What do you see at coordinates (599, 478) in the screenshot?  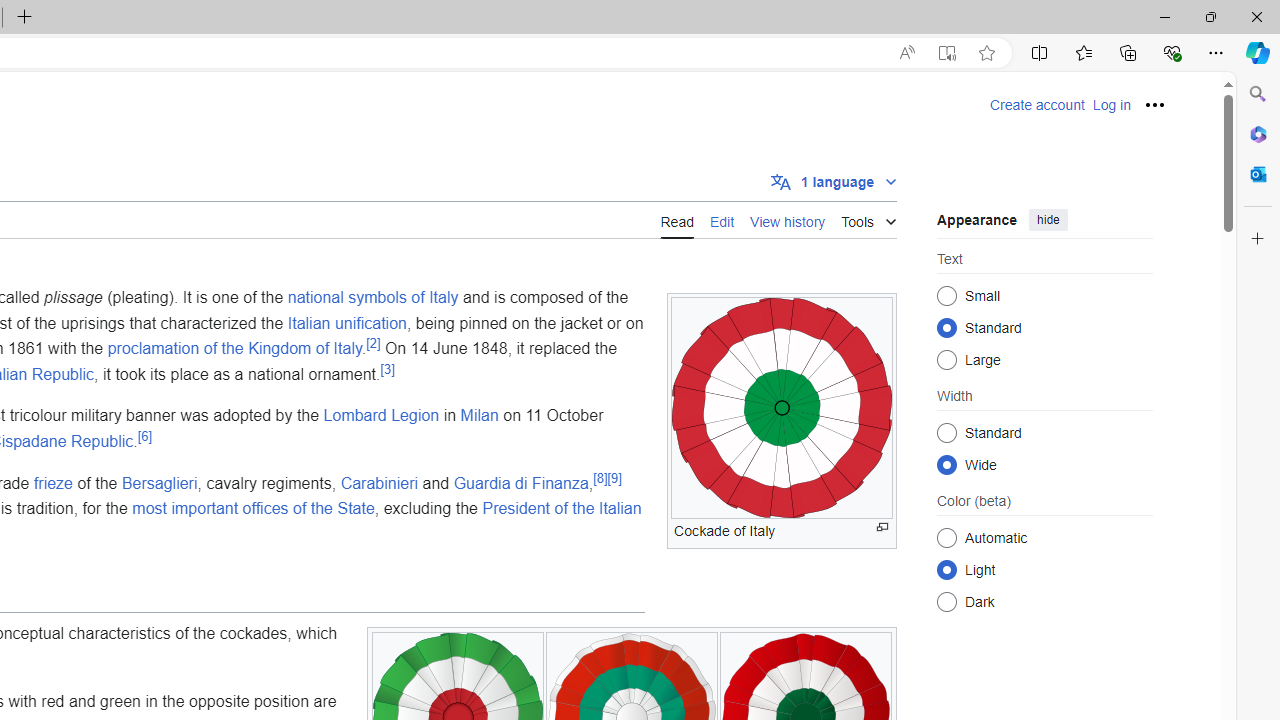 I see `'[8]'` at bounding box center [599, 478].